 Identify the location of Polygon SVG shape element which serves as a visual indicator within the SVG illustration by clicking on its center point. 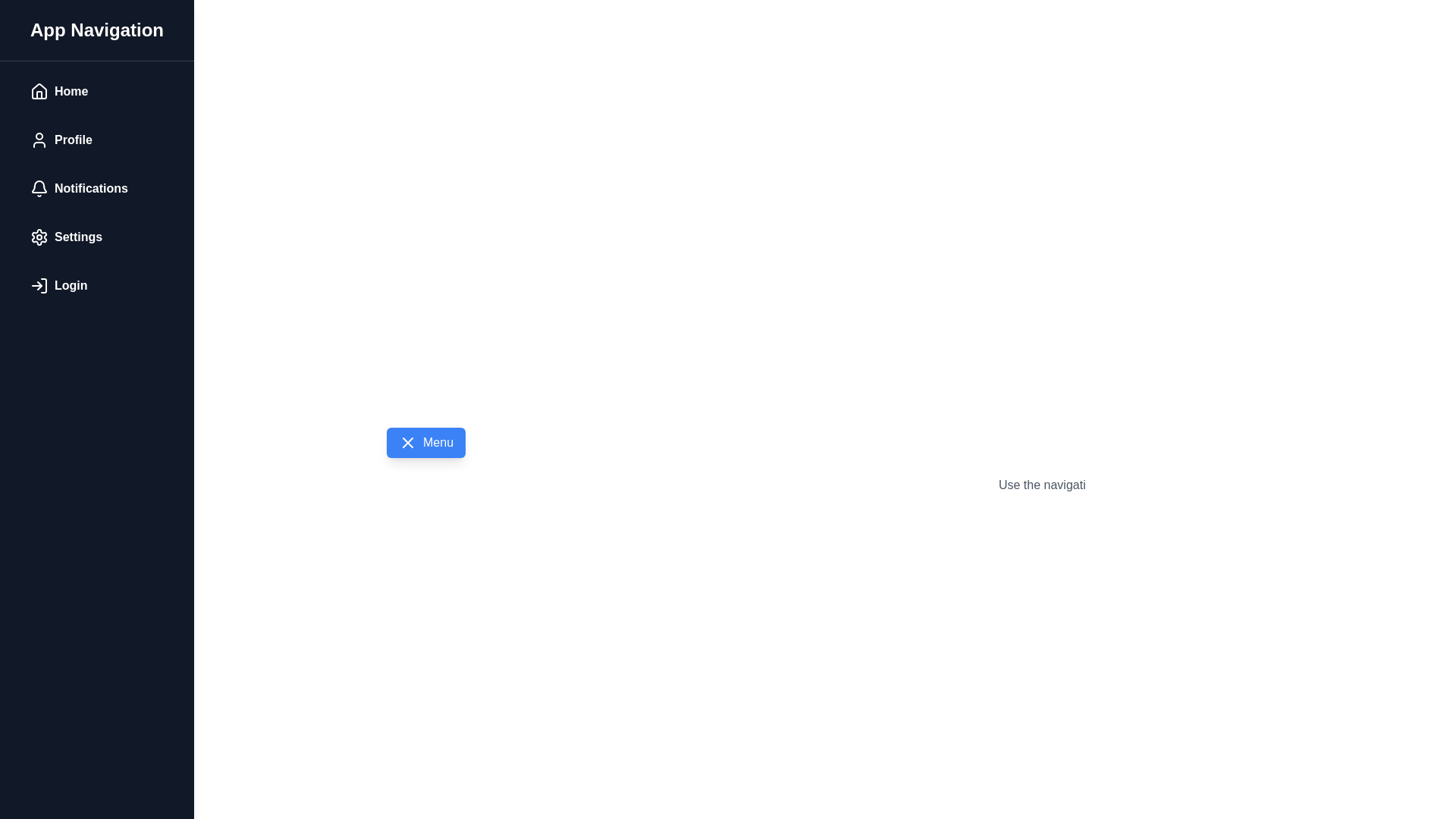
(39, 286).